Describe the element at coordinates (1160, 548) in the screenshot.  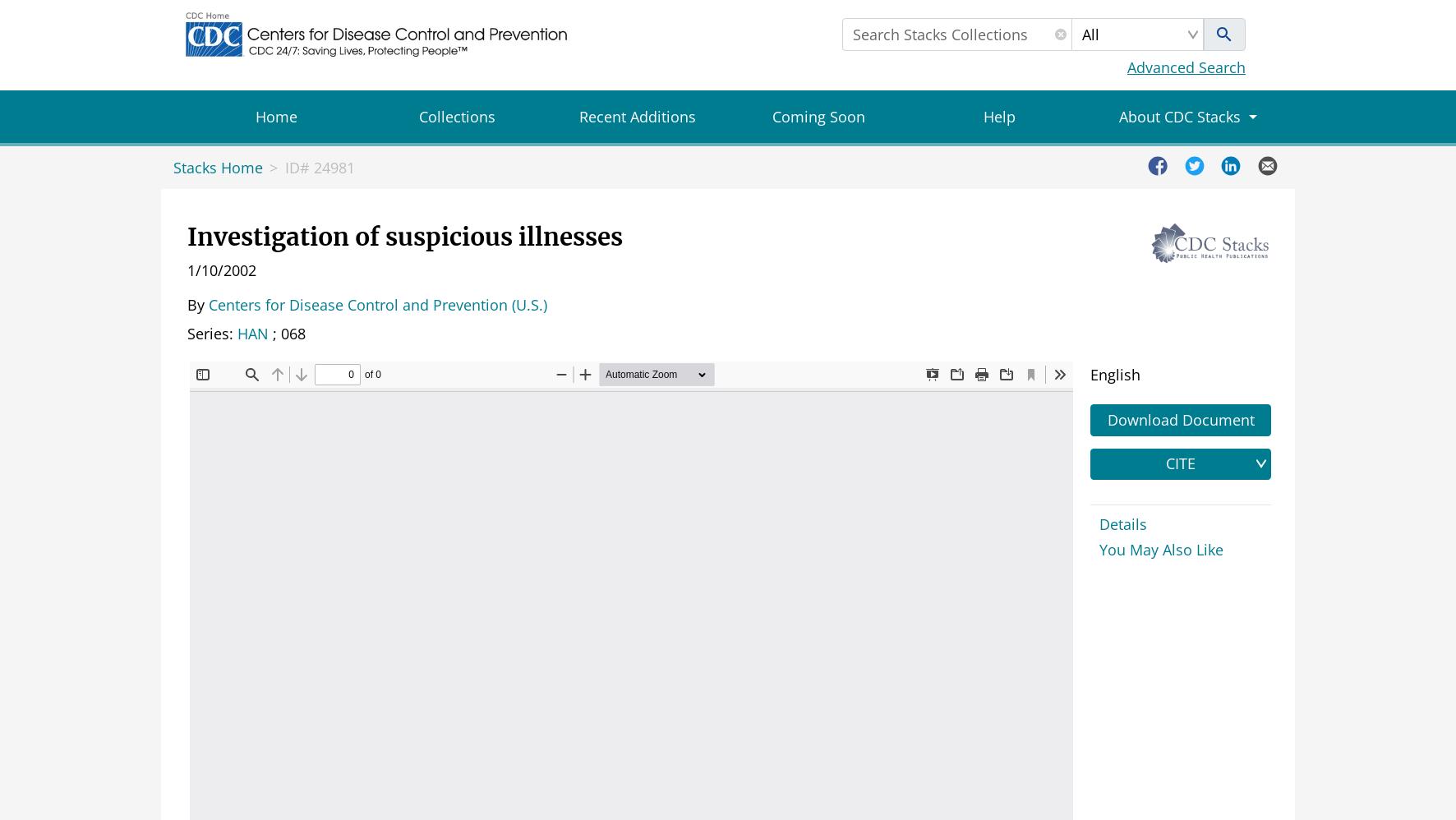
I see `'You May Also Like'` at that location.